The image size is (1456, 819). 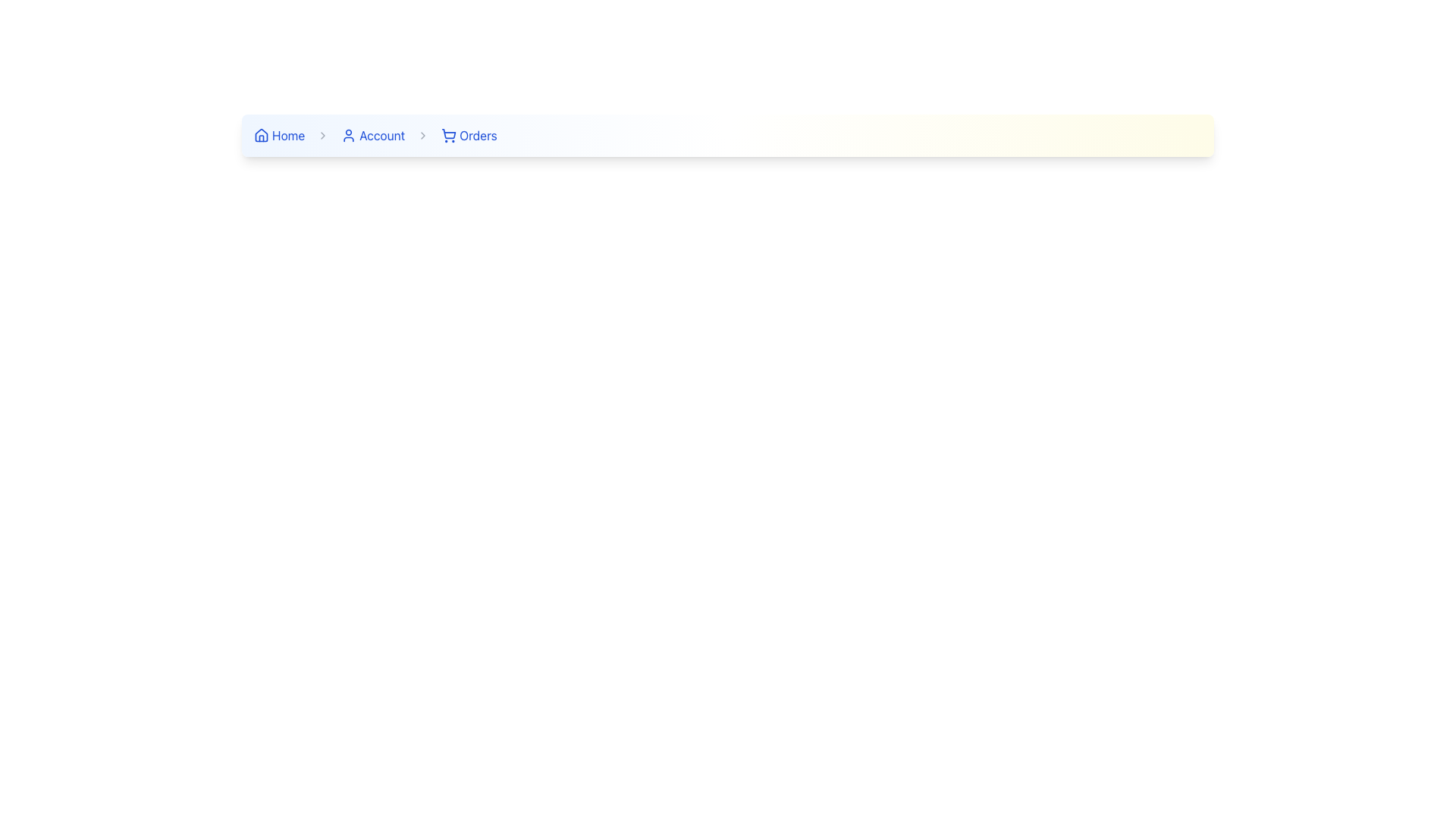 I want to click on the 'Orders' link in the breadcrumb navigation, which is the third item following 'Home' and 'Account', so click(x=468, y=134).